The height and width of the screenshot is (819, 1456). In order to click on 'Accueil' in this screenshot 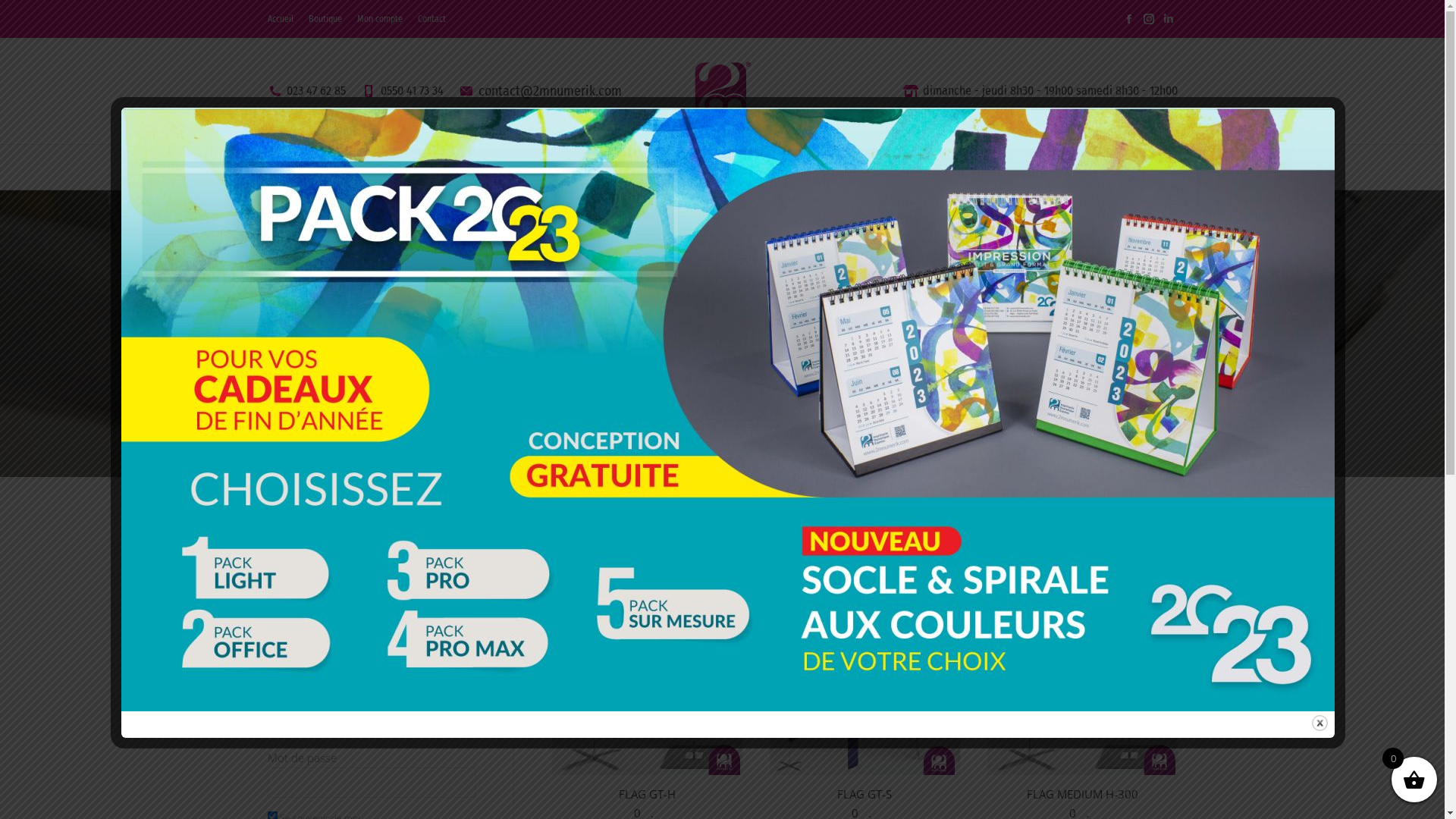, I will do `click(266, 18)`.